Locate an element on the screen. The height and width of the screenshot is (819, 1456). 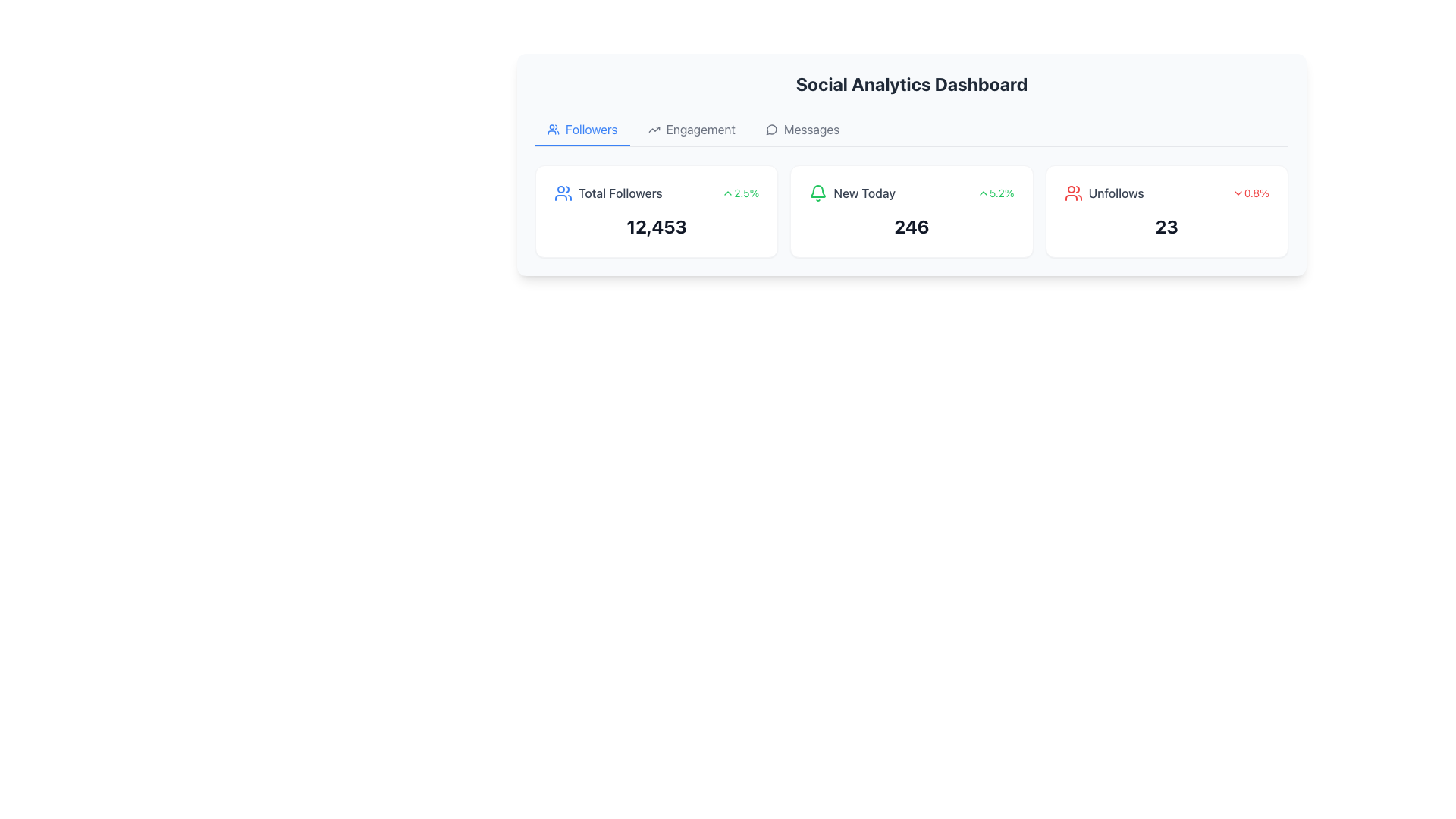
percentage value '5.2%' displayed in green text with an upward arrow icon in the 'New Today' section of the dashboard, indicating a positive trend is located at coordinates (996, 192).